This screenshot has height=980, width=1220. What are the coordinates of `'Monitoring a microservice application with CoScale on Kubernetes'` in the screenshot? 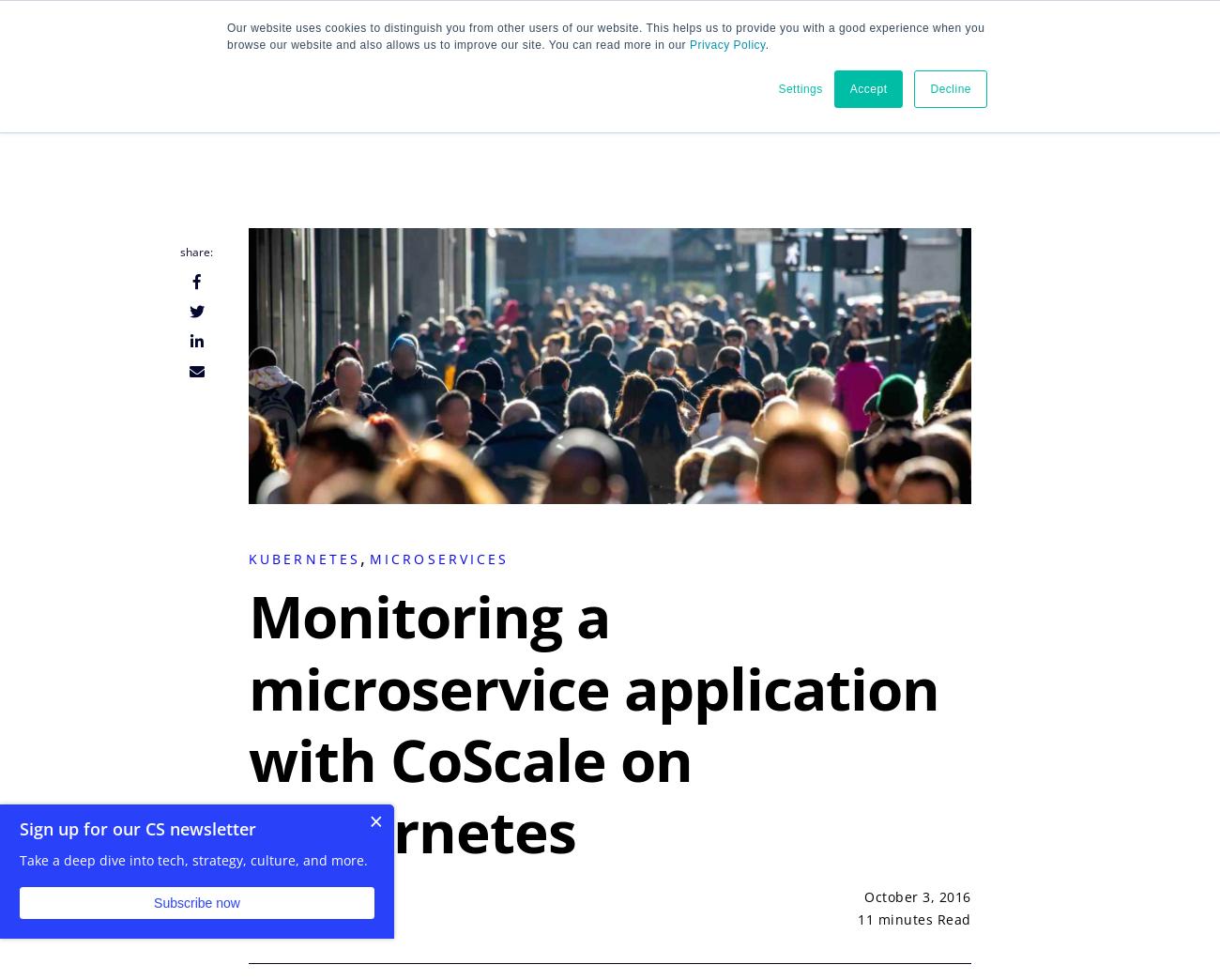 It's located at (593, 723).